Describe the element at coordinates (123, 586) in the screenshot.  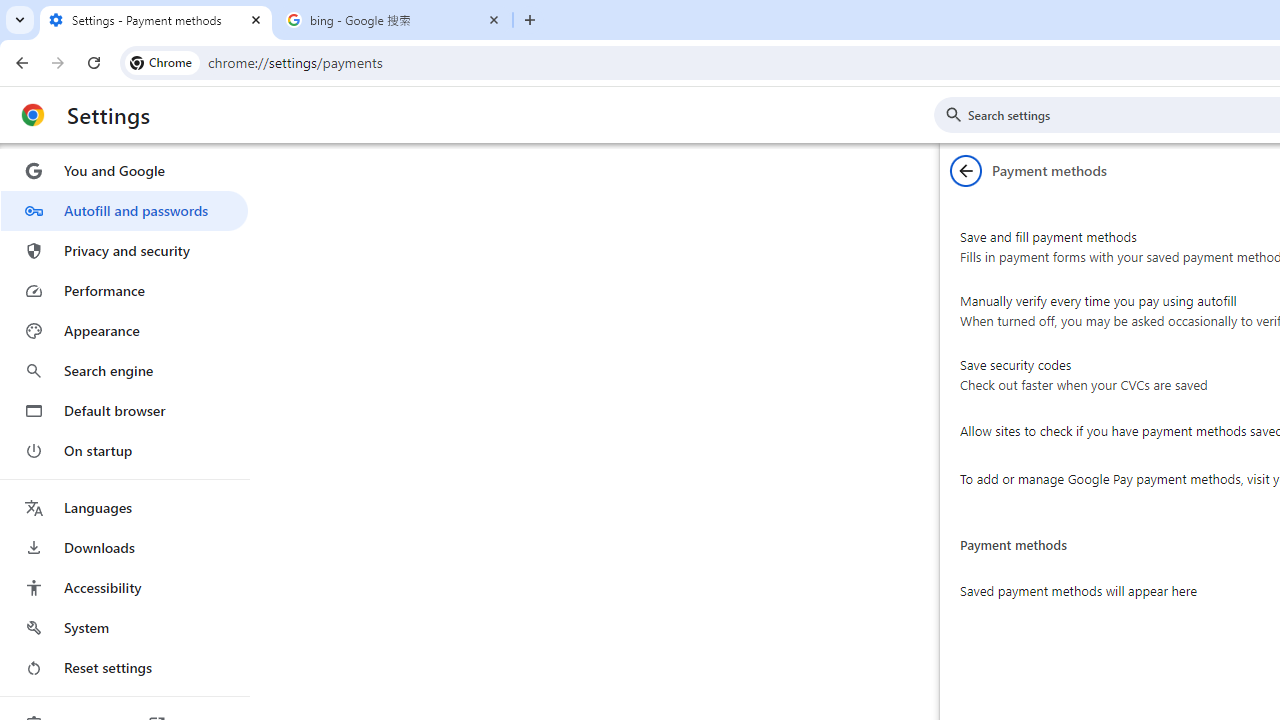
I see `'Accessibility'` at that location.